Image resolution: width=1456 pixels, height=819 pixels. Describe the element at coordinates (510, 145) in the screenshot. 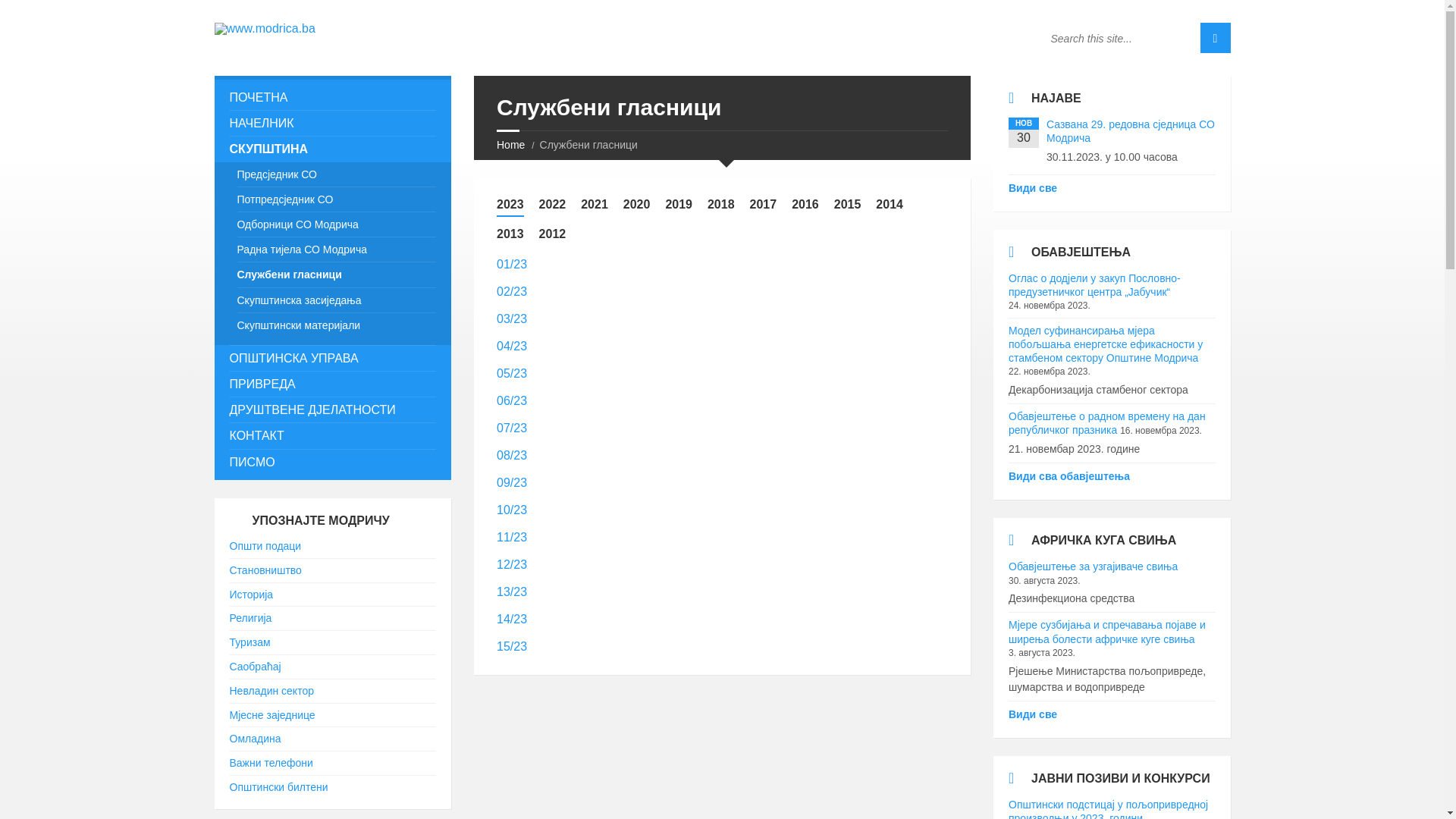

I see `'Home'` at that location.